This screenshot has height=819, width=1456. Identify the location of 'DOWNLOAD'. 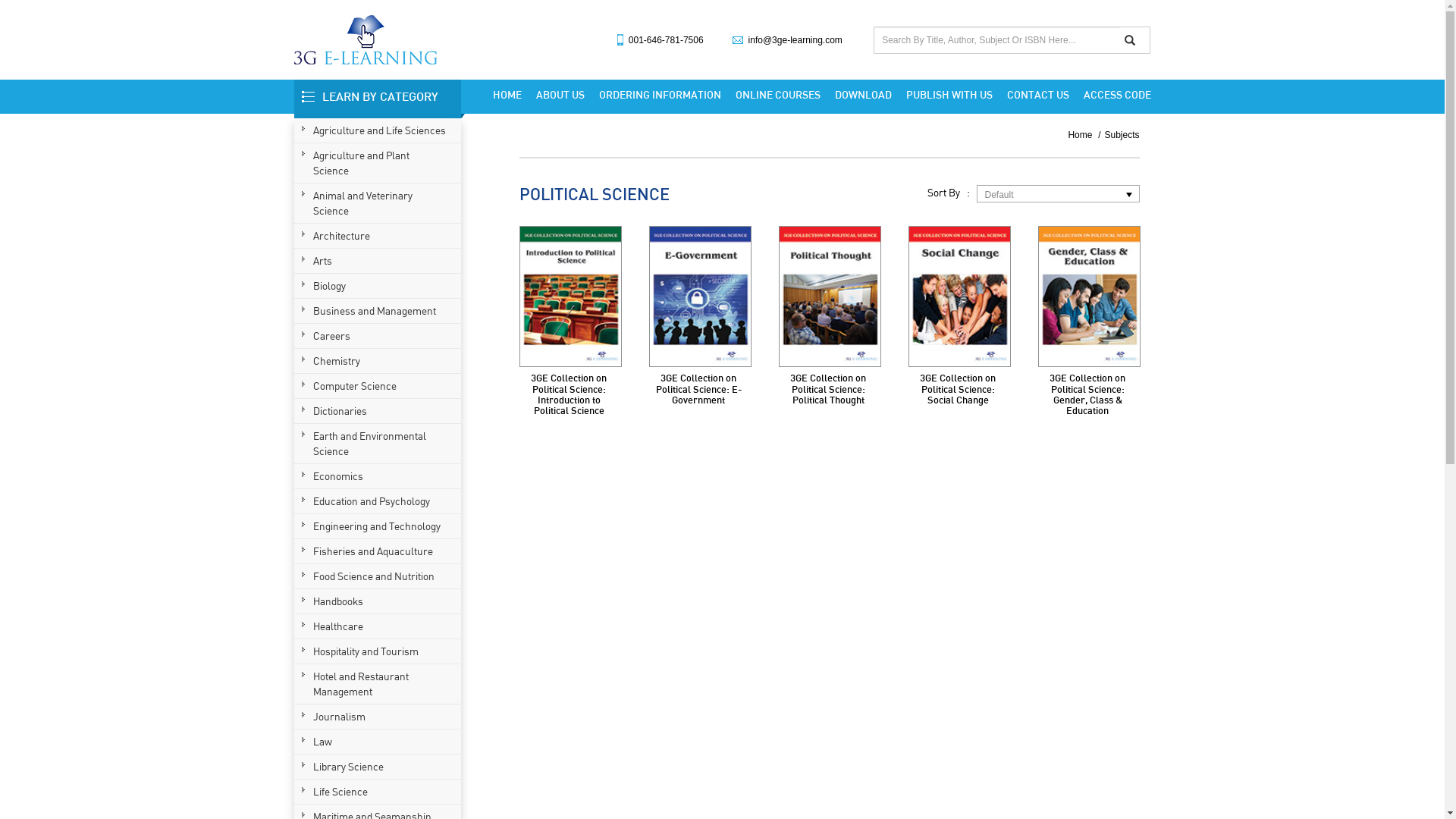
(862, 94).